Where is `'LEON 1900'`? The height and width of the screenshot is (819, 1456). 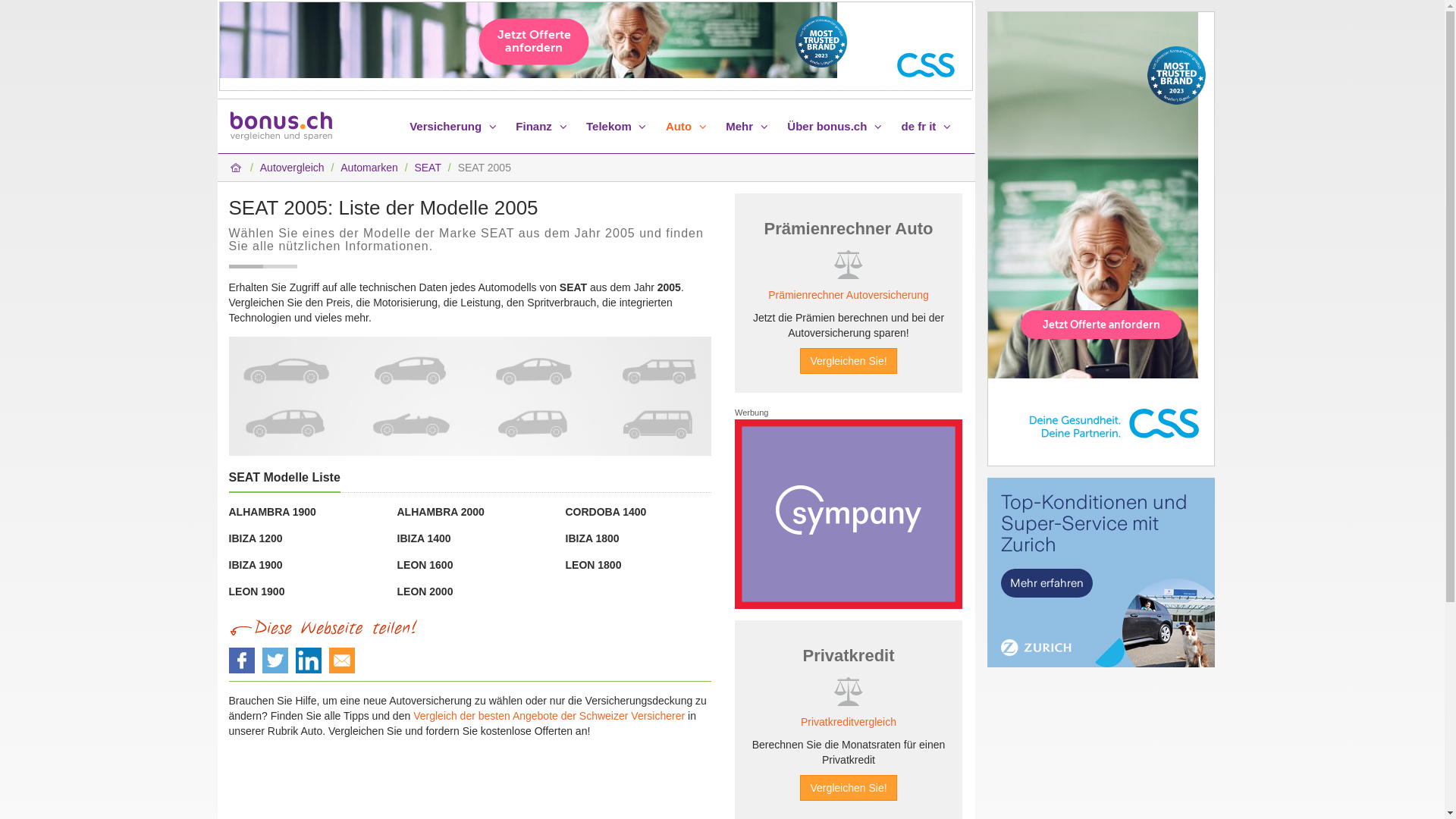
'LEON 1900' is located at coordinates (257, 590).